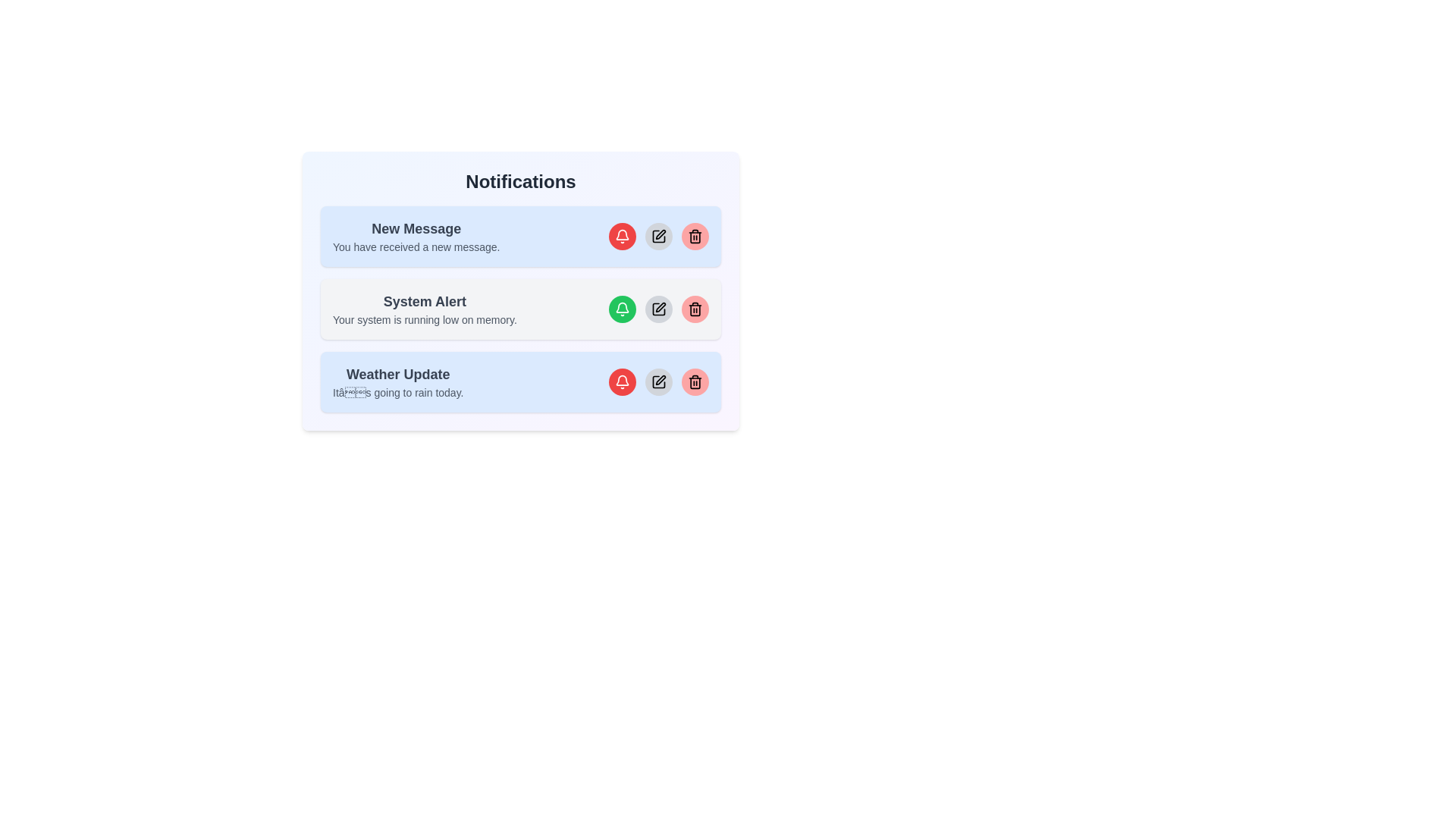 This screenshot has width=1456, height=819. Describe the element at coordinates (694, 309) in the screenshot. I see `the delete button for the notification with the title System Alert` at that location.